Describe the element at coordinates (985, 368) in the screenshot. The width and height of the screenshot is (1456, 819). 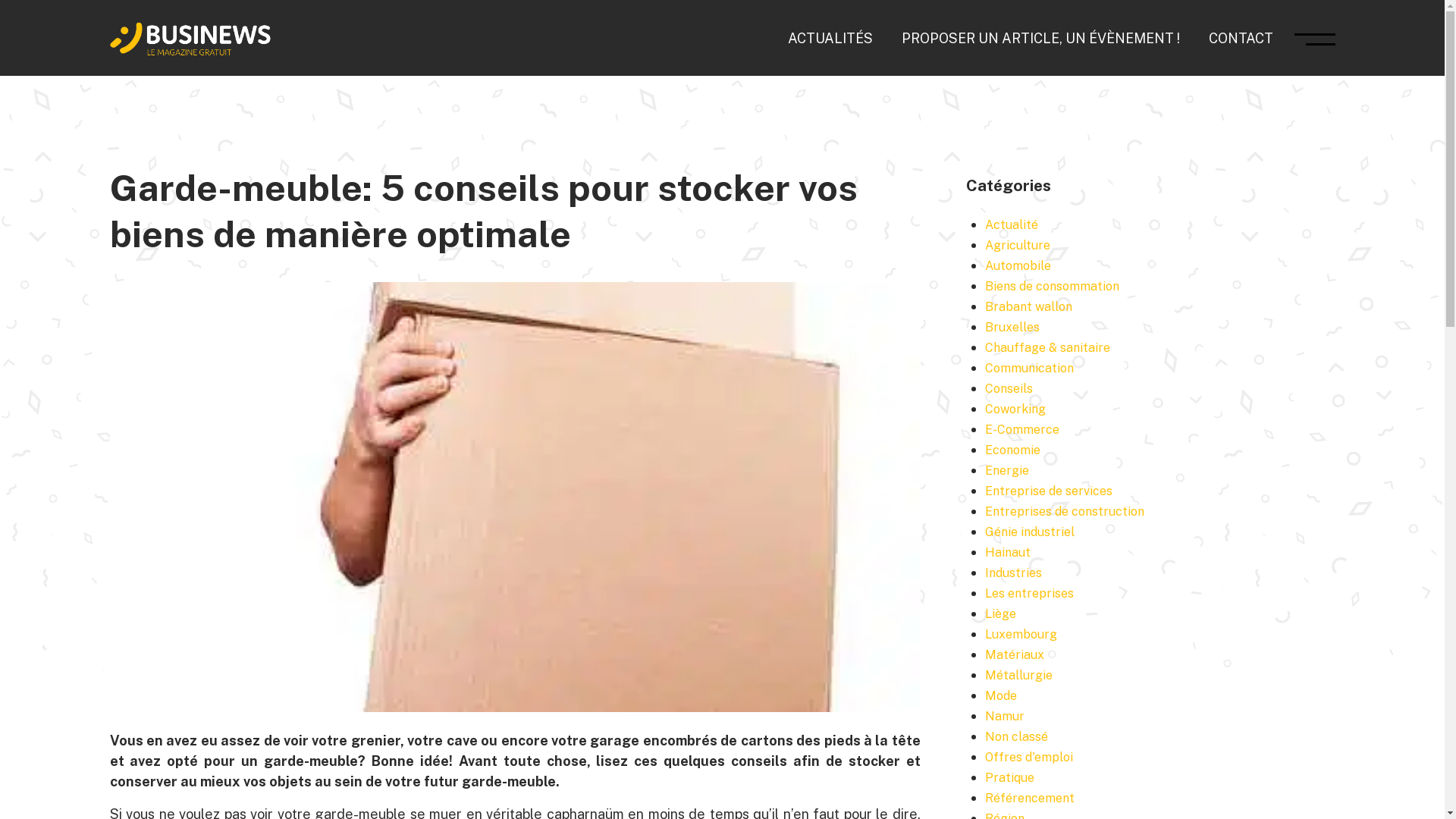
I see `'Communication'` at that location.